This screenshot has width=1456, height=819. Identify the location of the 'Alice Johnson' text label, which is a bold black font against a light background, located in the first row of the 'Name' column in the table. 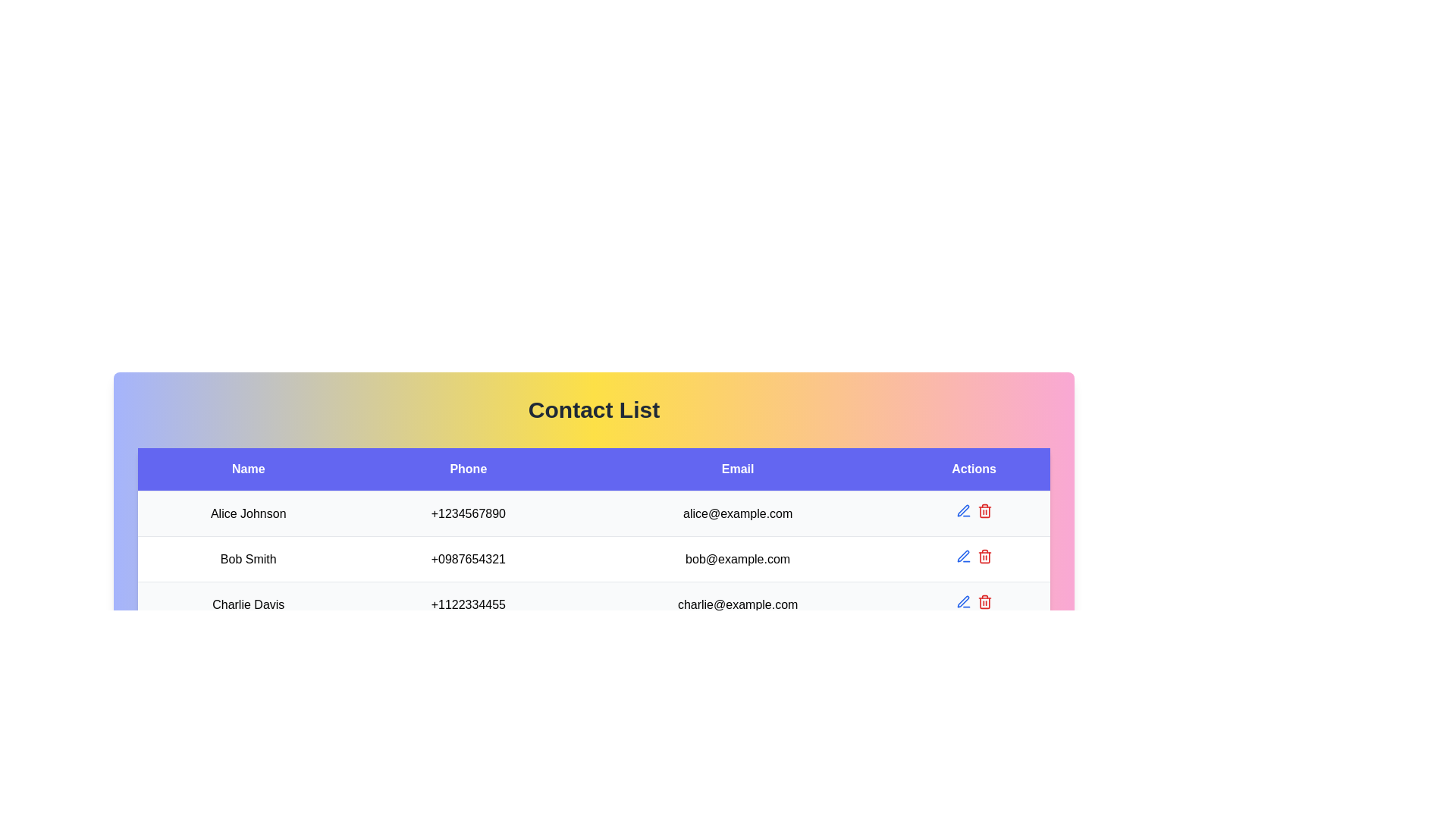
(248, 513).